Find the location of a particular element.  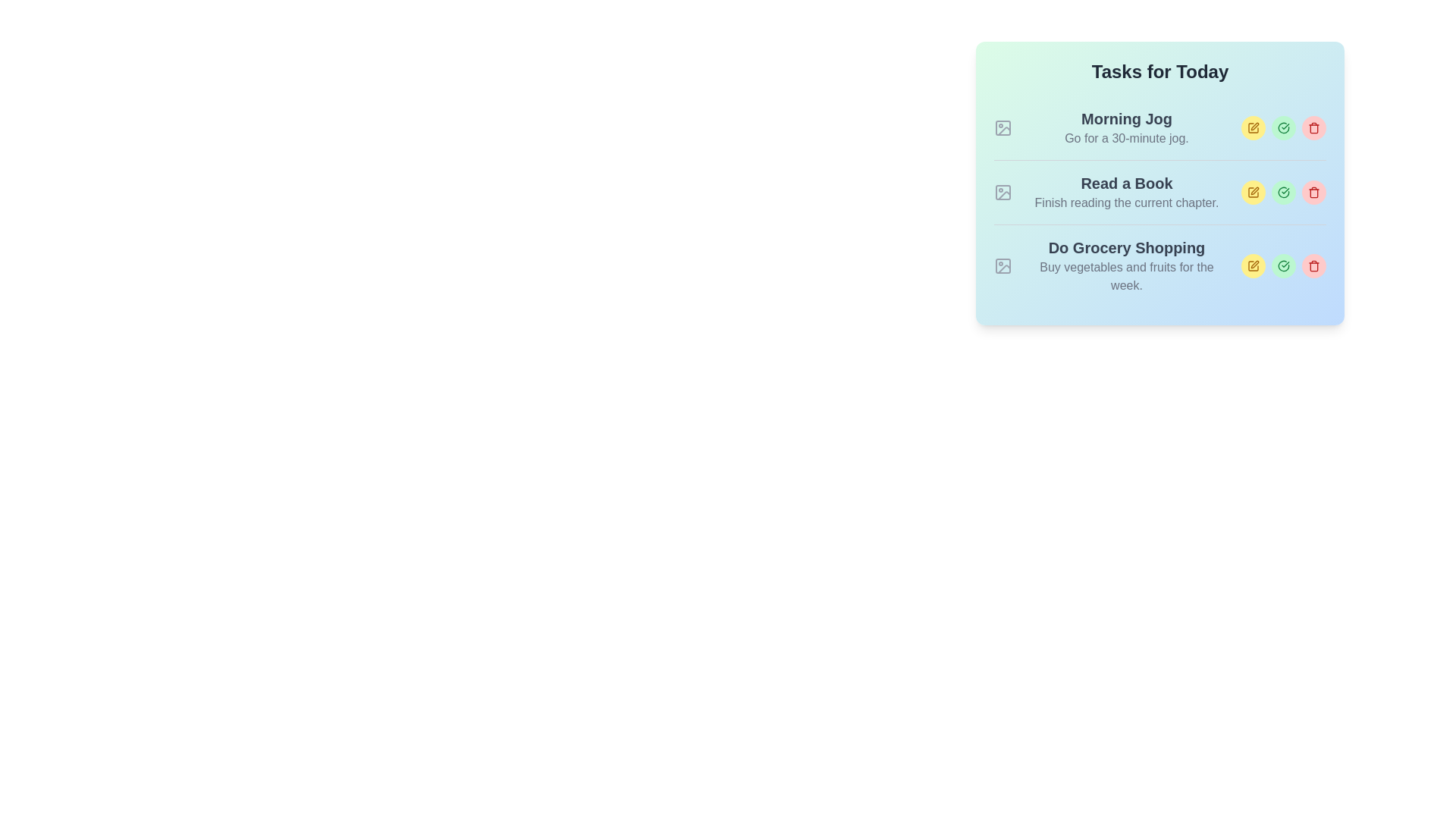

the context associated with the icon located on the left side of the third row in the task list for 'Do Grocery Shopping' is located at coordinates (1003, 265).